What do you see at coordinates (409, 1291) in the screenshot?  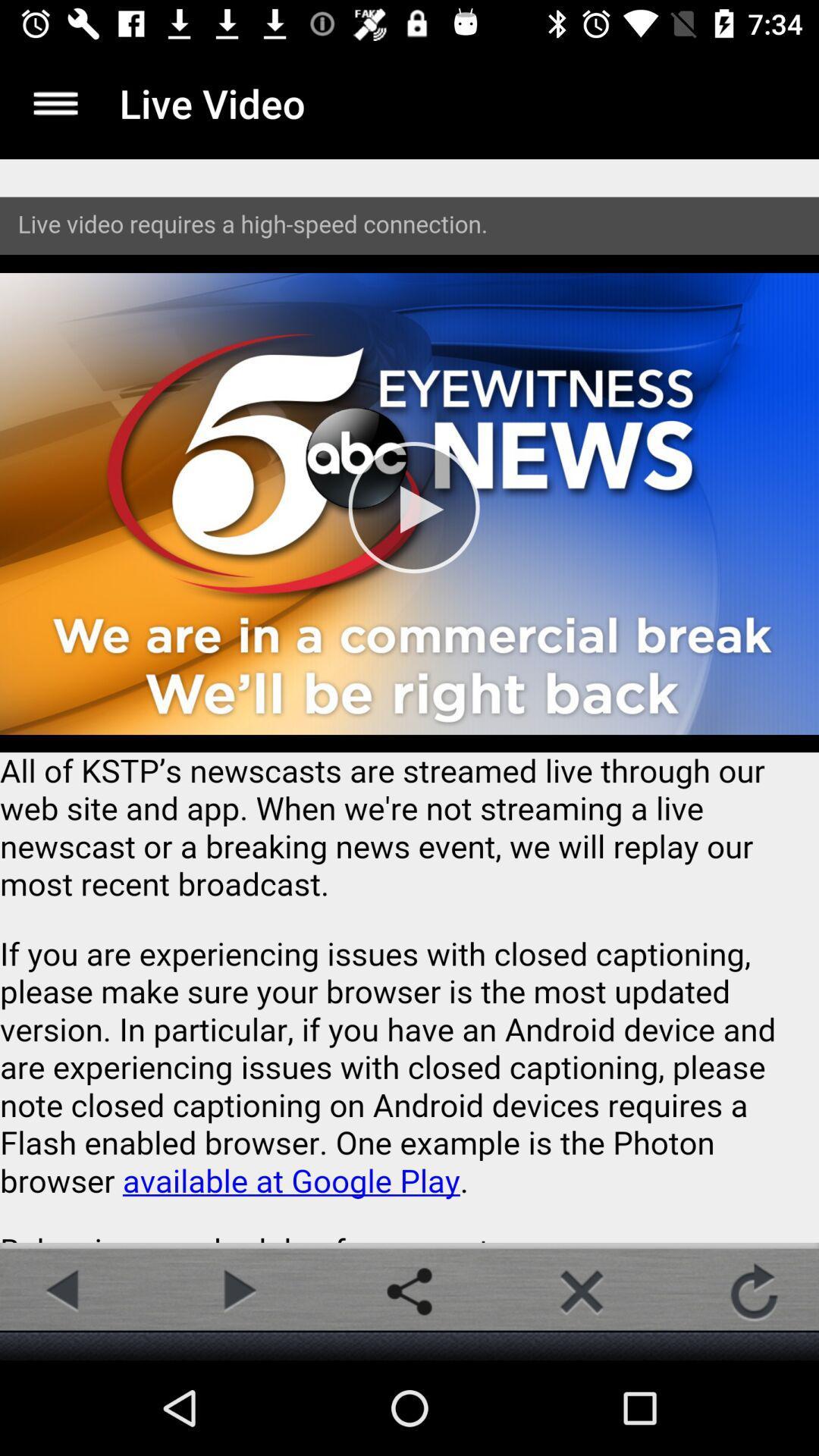 I see `the share icon` at bounding box center [409, 1291].